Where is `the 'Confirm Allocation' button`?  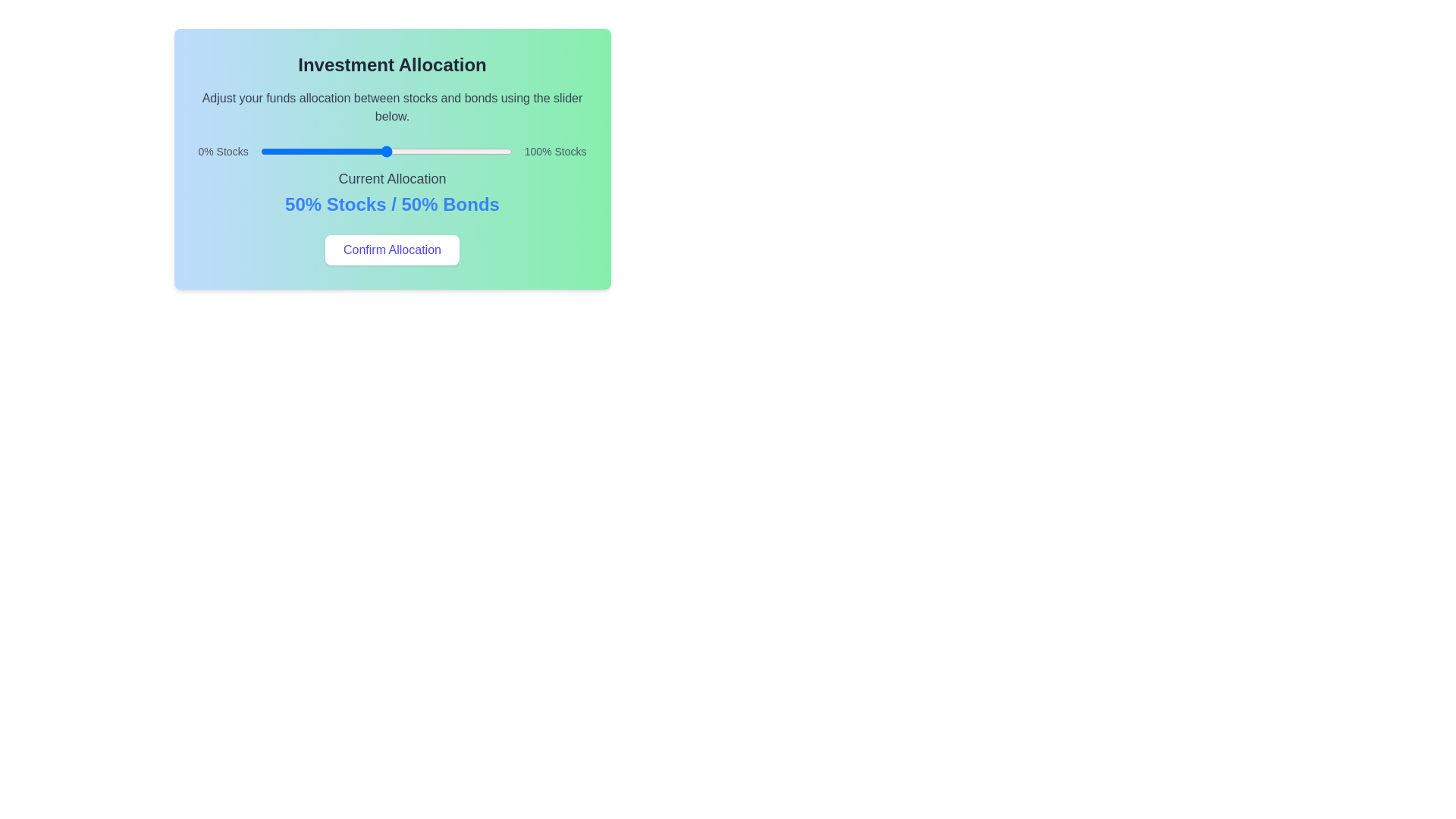 the 'Confirm Allocation' button is located at coordinates (392, 249).